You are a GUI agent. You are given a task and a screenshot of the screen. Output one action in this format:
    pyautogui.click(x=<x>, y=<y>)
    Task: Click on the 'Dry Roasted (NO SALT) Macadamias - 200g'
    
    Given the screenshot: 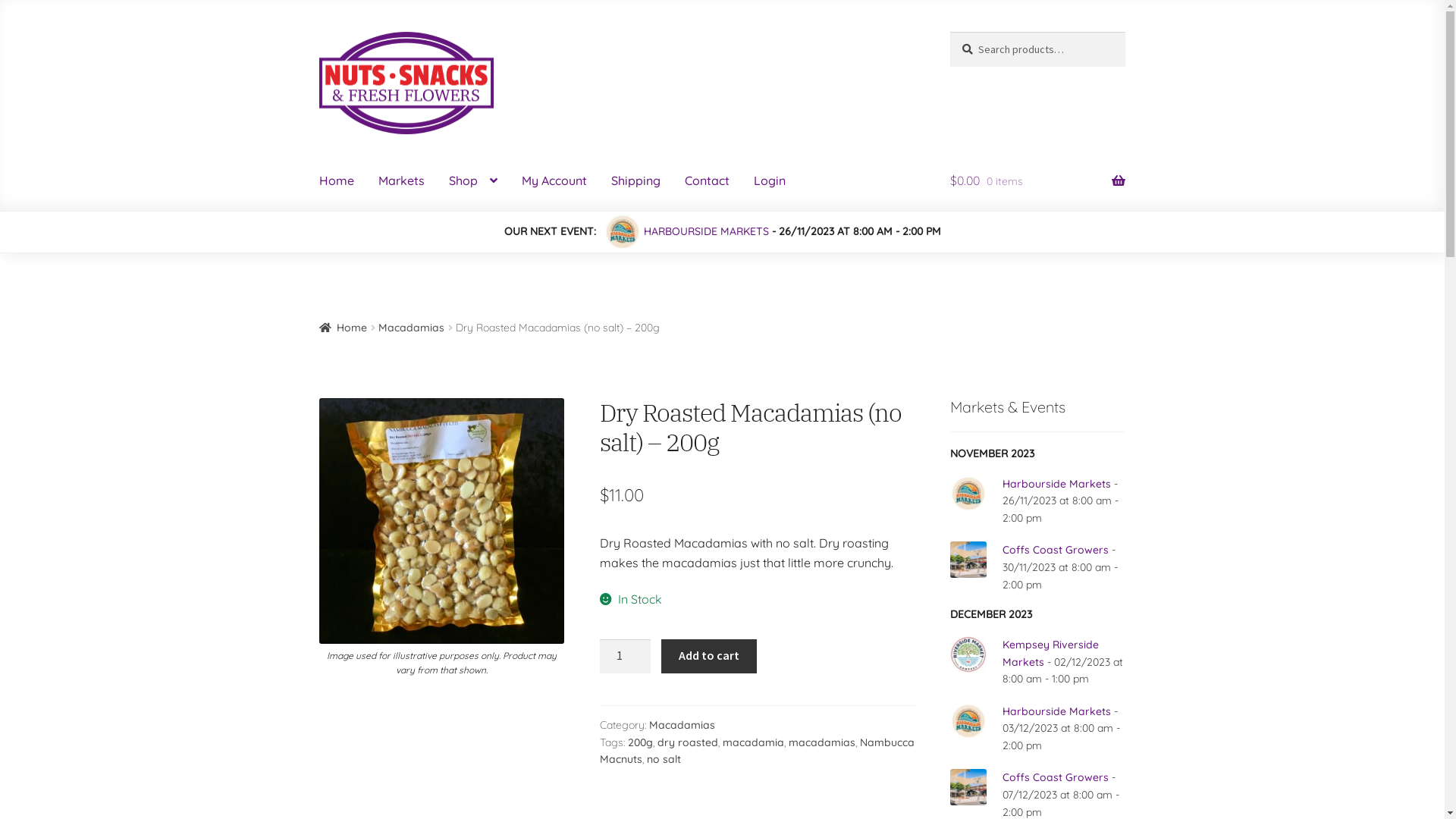 What is the action you would take?
    pyautogui.click(x=441, y=519)
    